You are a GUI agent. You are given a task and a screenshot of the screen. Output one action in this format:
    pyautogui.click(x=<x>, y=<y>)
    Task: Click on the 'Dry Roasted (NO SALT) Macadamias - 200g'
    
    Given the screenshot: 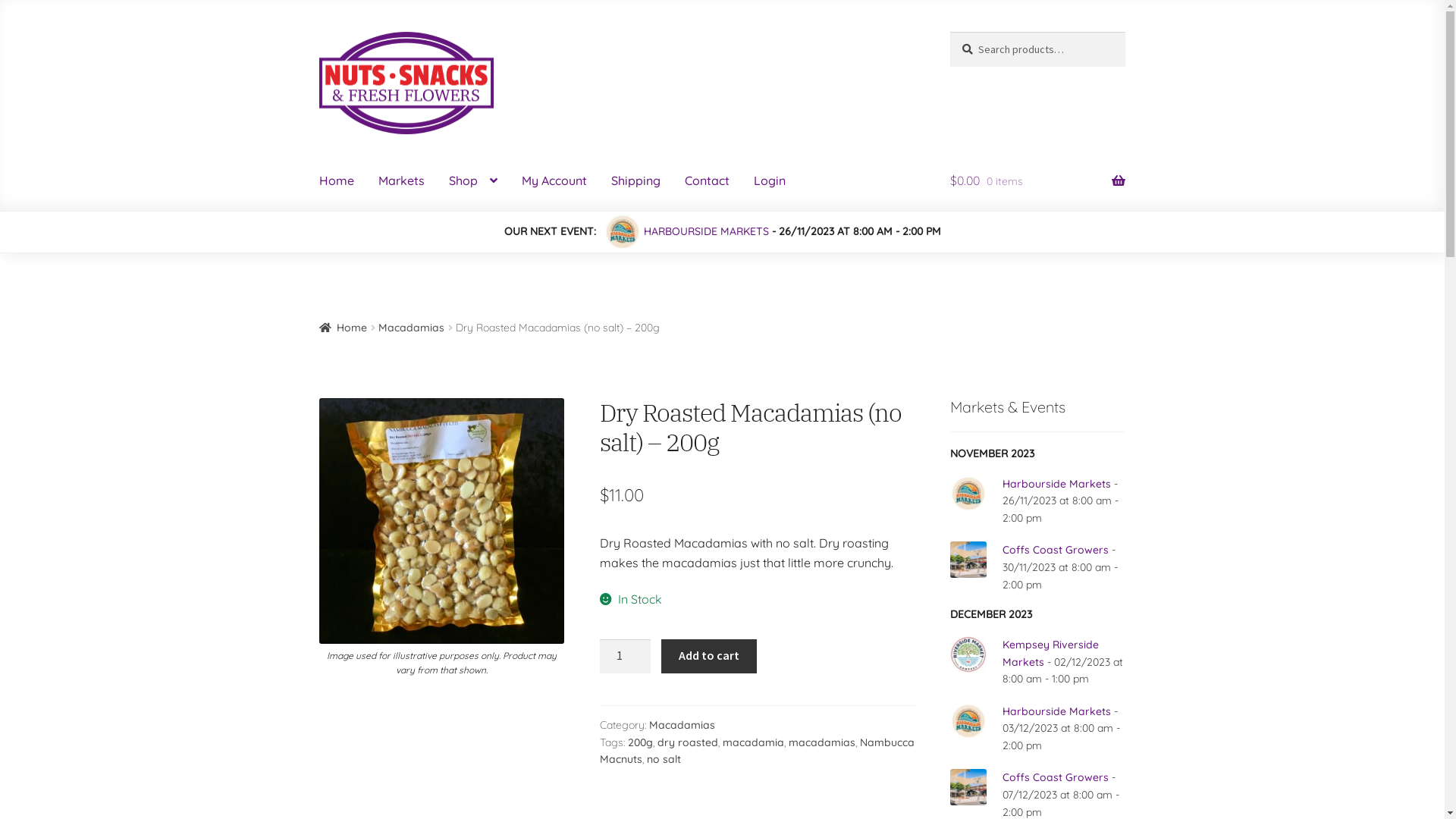 What is the action you would take?
    pyautogui.click(x=441, y=519)
    